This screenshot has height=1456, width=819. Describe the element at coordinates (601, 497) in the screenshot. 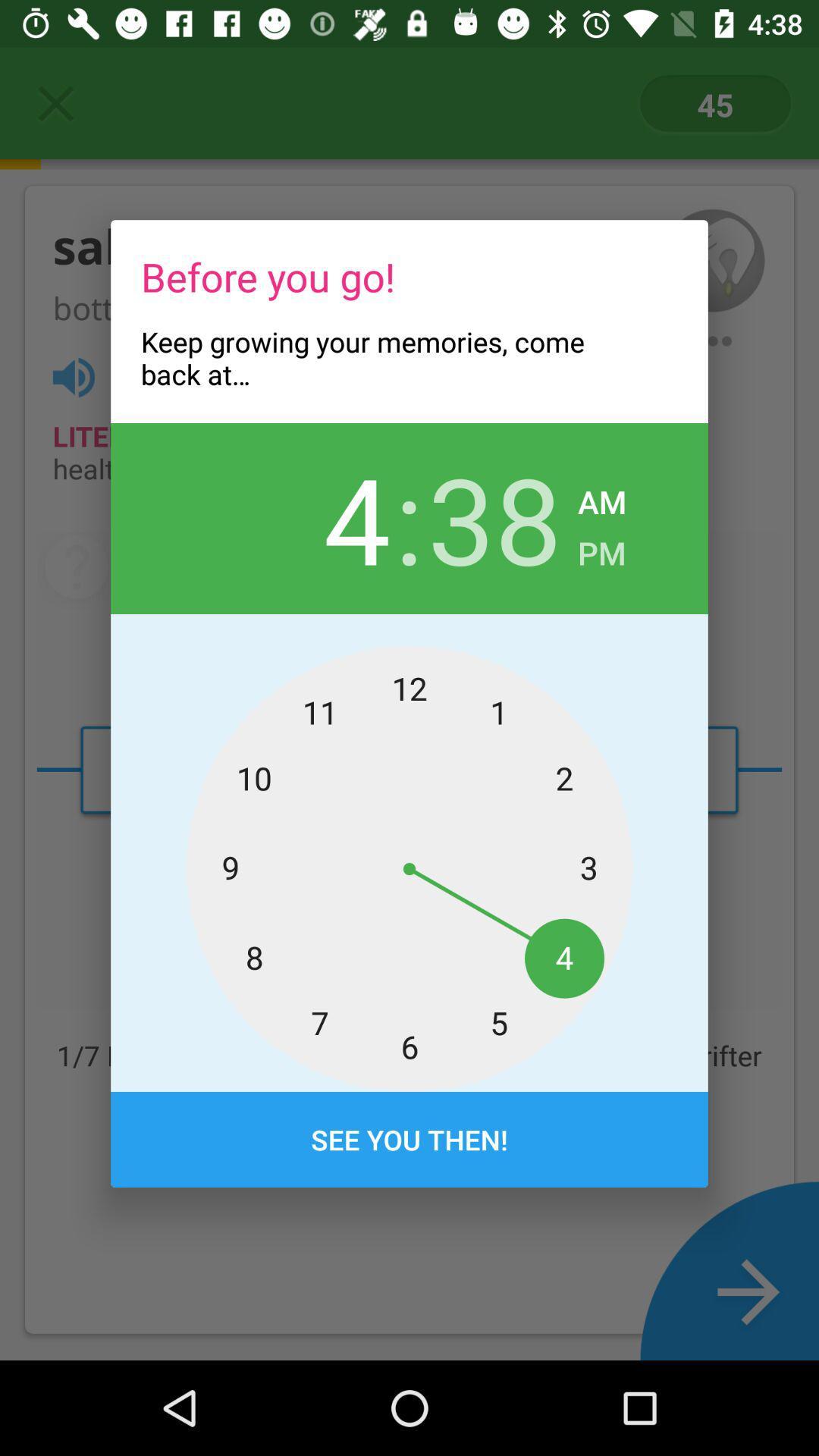

I see `the am icon` at that location.